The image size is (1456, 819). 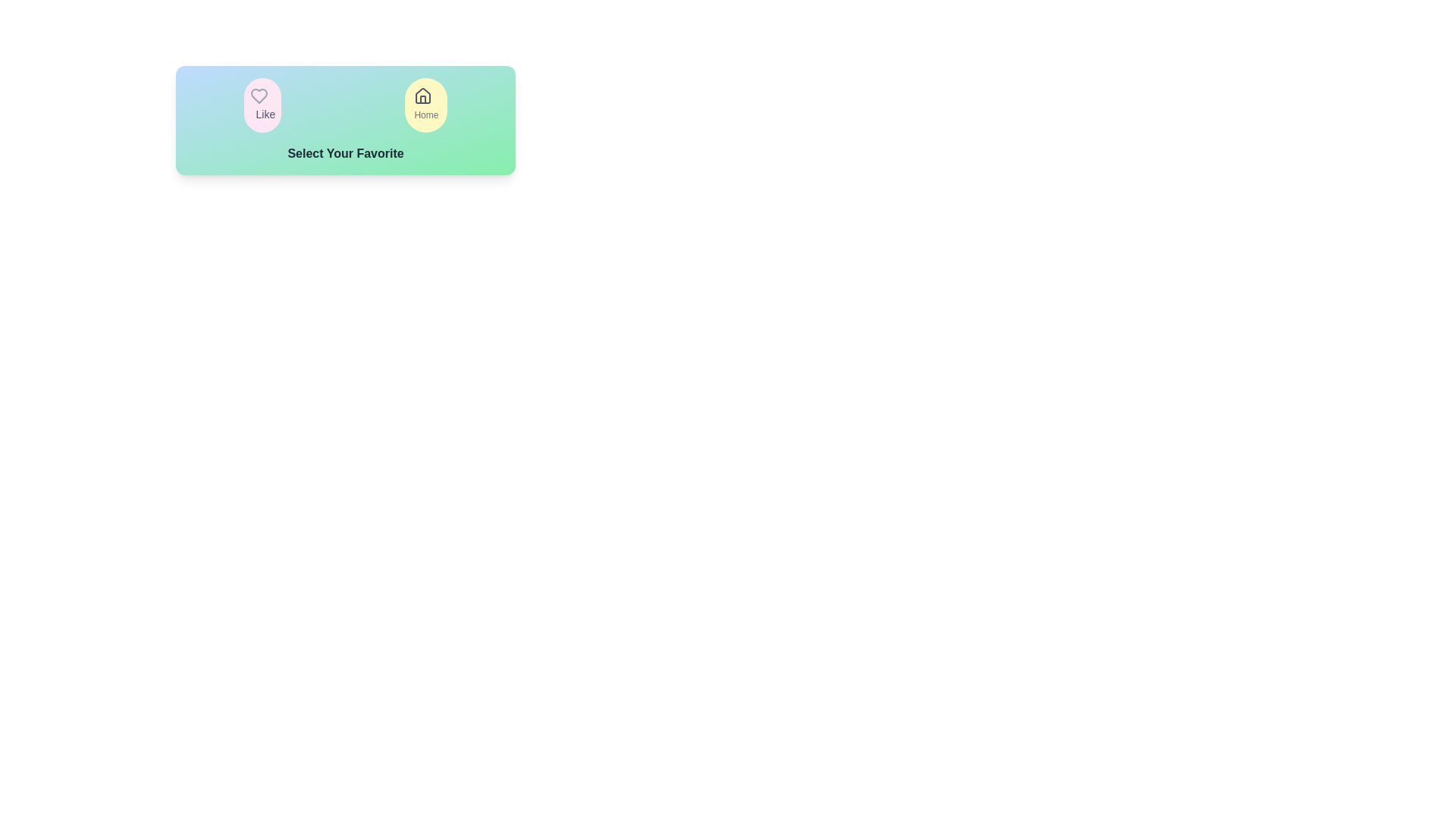 I want to click on the 'Like' text label, which is located beneath the heart-shaped icon in a rounded button on the left side of a horizontal arrangement, so click(x=265, y=113).